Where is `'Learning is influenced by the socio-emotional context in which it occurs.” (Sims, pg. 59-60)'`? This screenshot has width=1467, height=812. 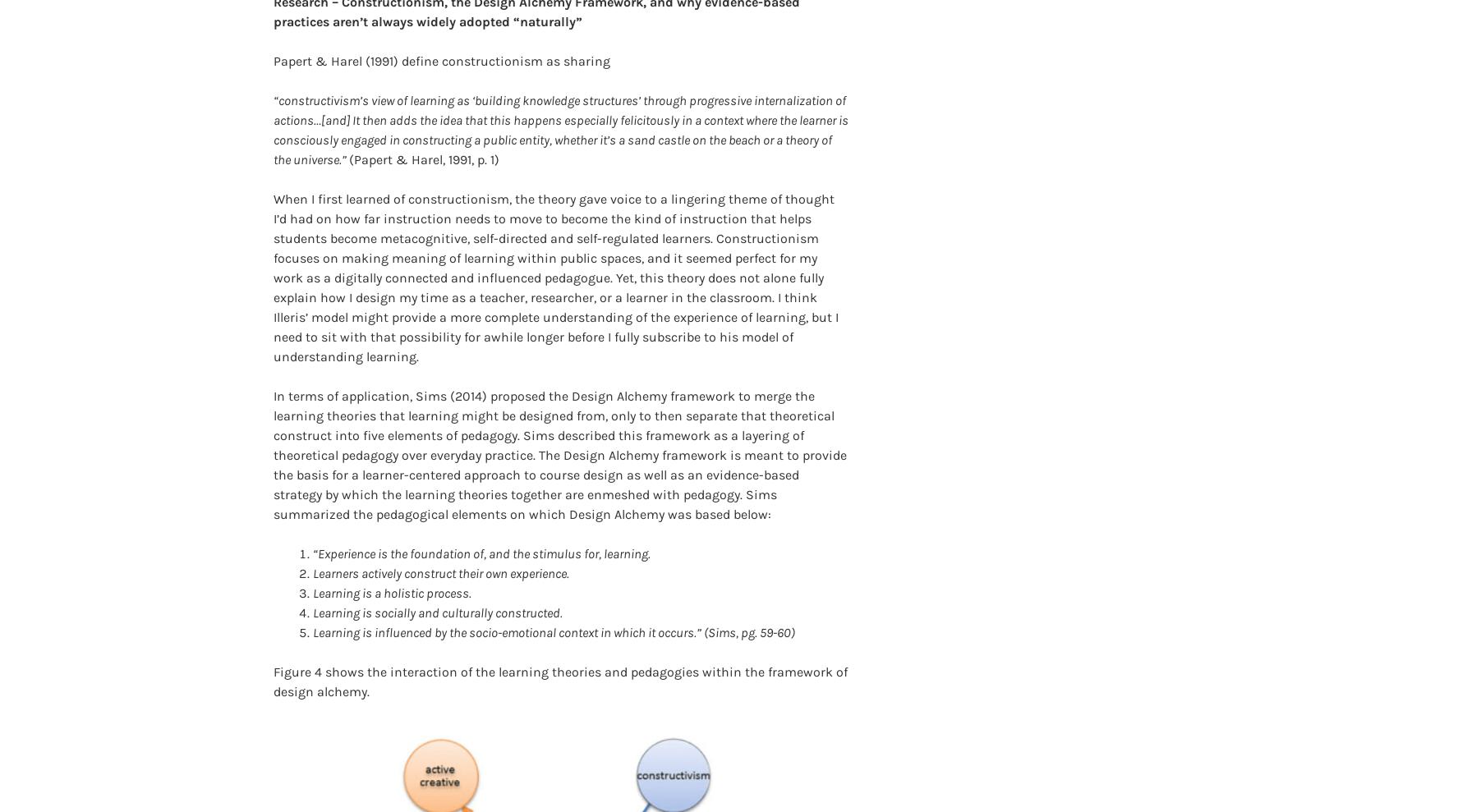
'Learning is influenced by the socio-emotional context in which it occurs.” (Sims, pg. 59-60)' is located at coordinates (312, 606).